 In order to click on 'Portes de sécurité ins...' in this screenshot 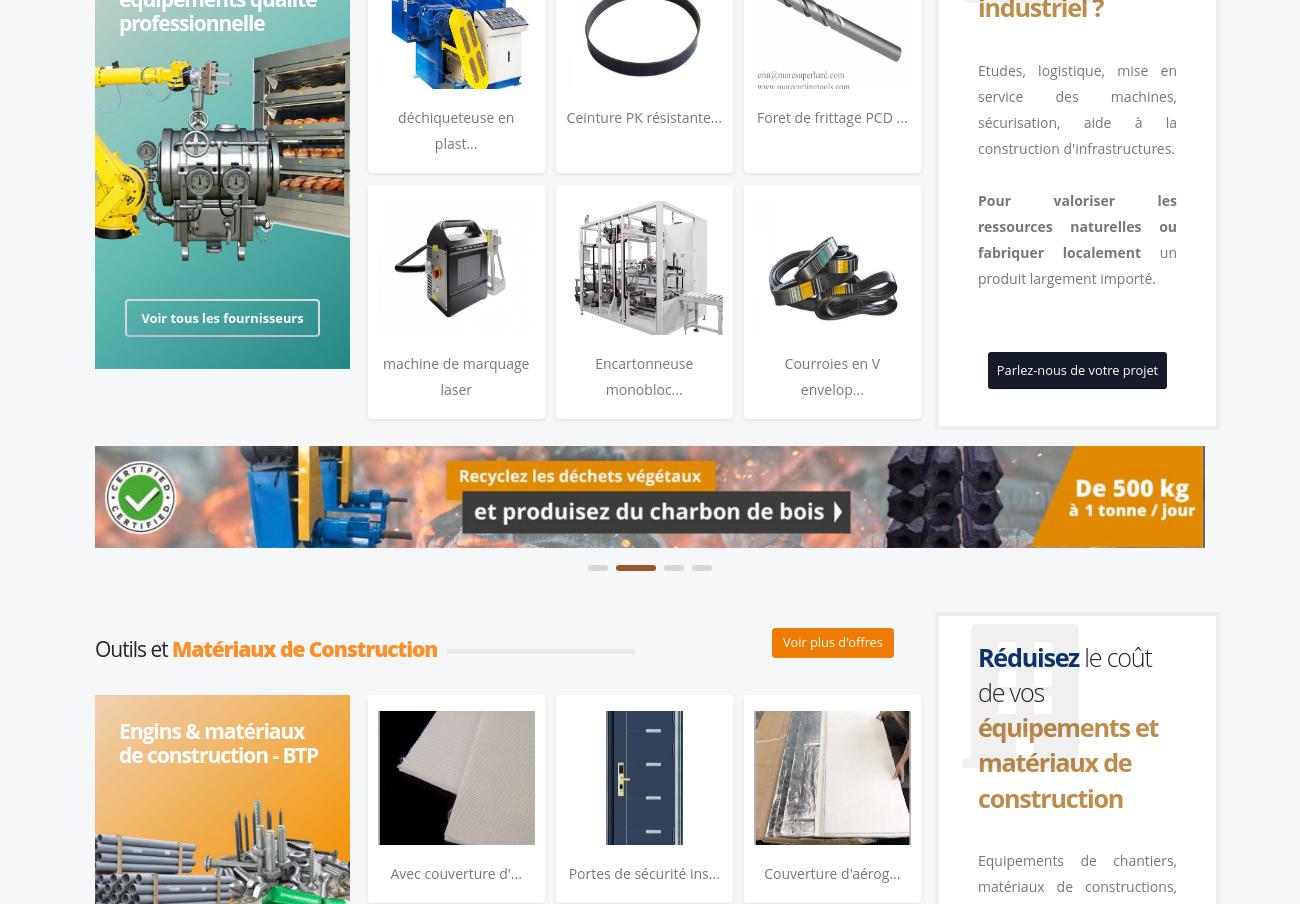, I will do `click(643, 872)`.